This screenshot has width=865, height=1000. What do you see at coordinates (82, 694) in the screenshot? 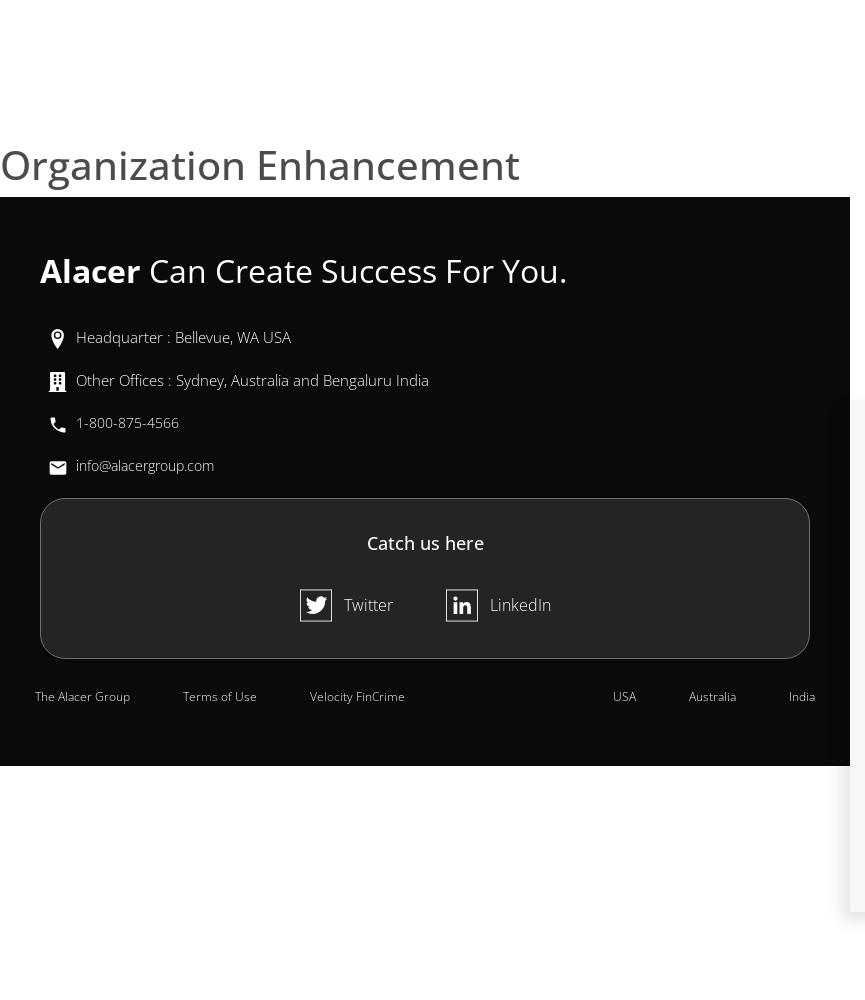
I see `'The Alacer Group'` at bounding box center [82, 694].